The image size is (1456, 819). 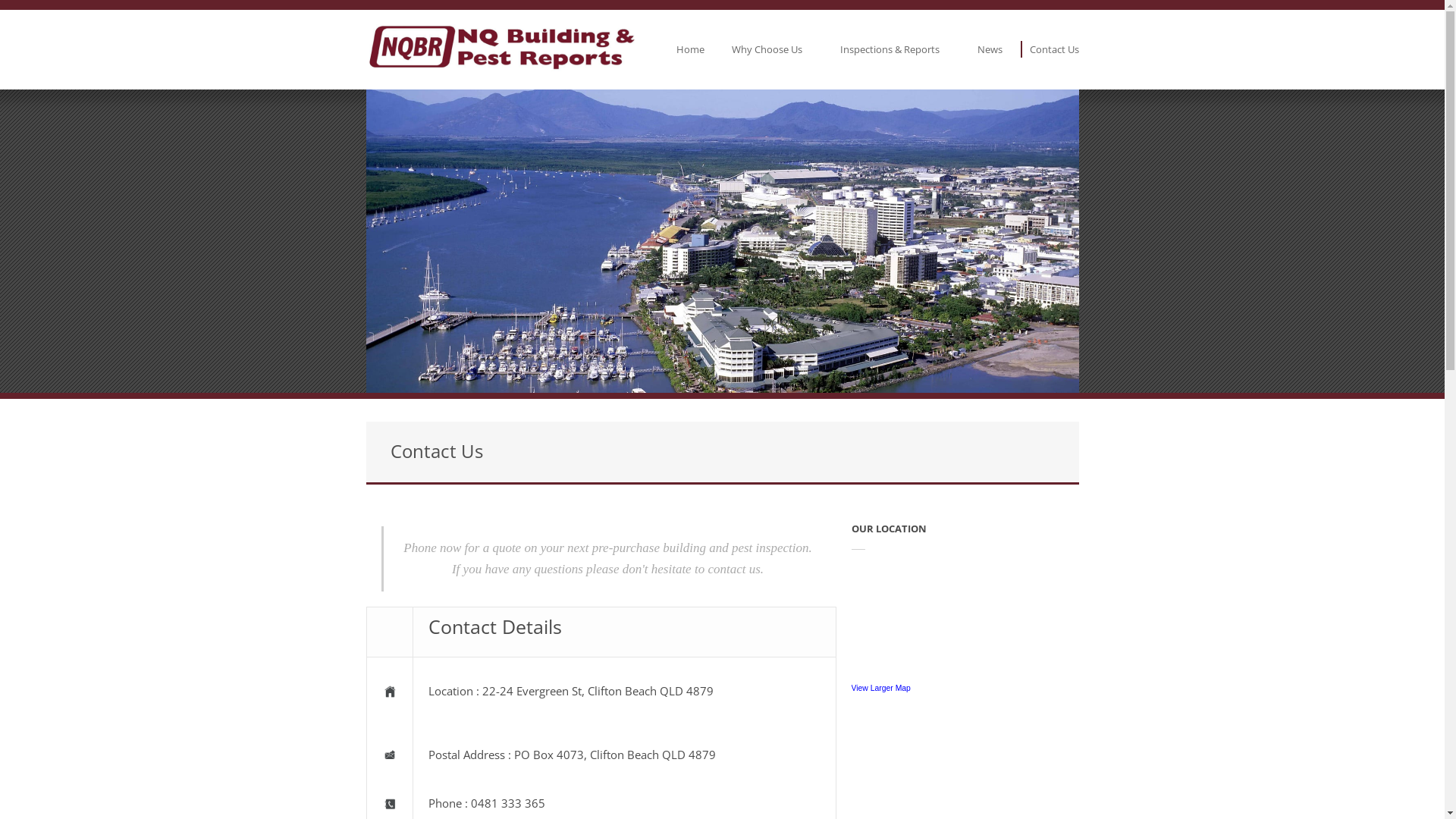 I want to click on 'Home', so click(x=689, y=49).